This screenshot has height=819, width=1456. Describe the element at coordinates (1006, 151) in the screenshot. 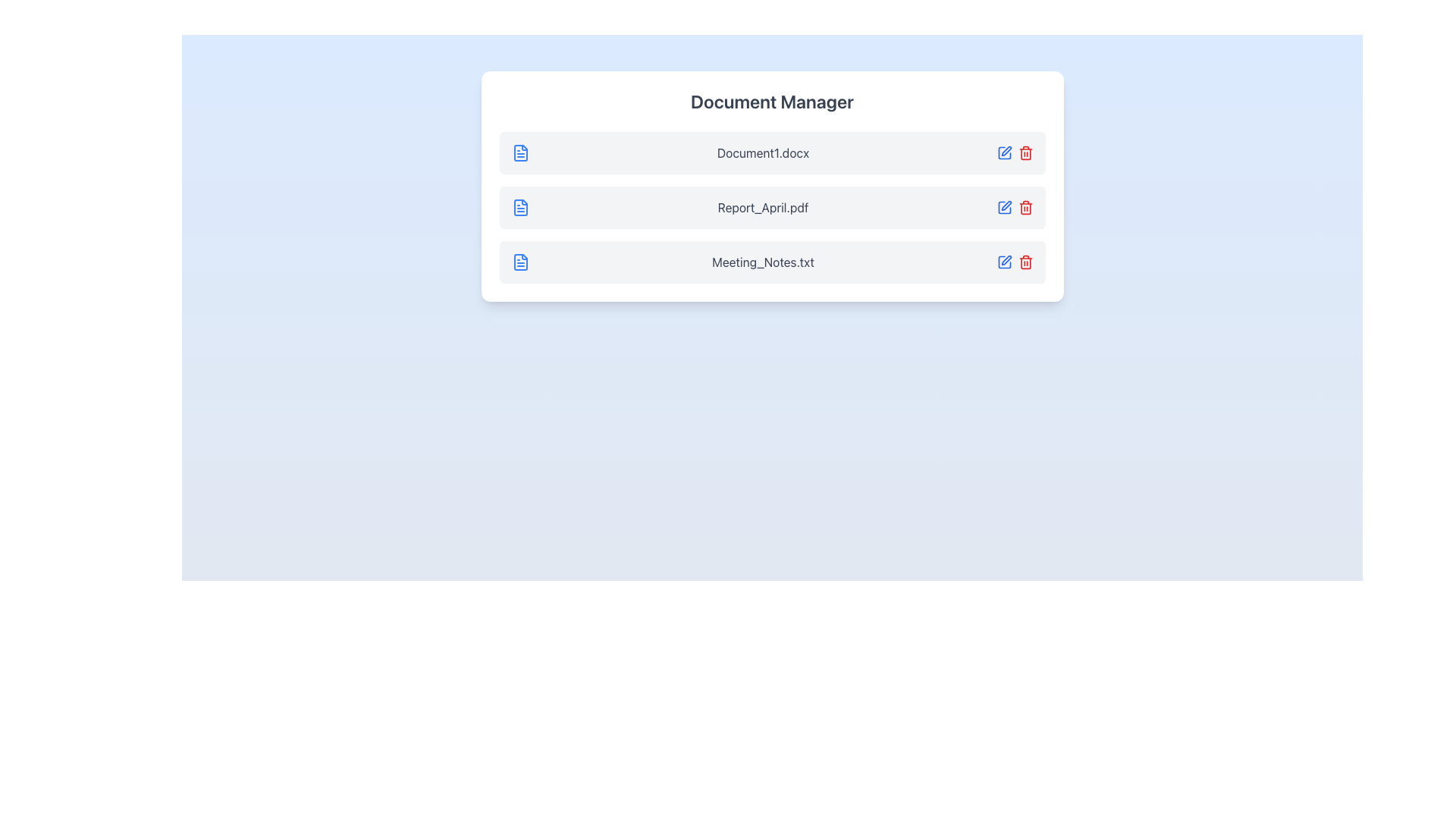

I see `the edit button located to the right of the file entry 'Document1.docx' to initiate the edit action` at that location.